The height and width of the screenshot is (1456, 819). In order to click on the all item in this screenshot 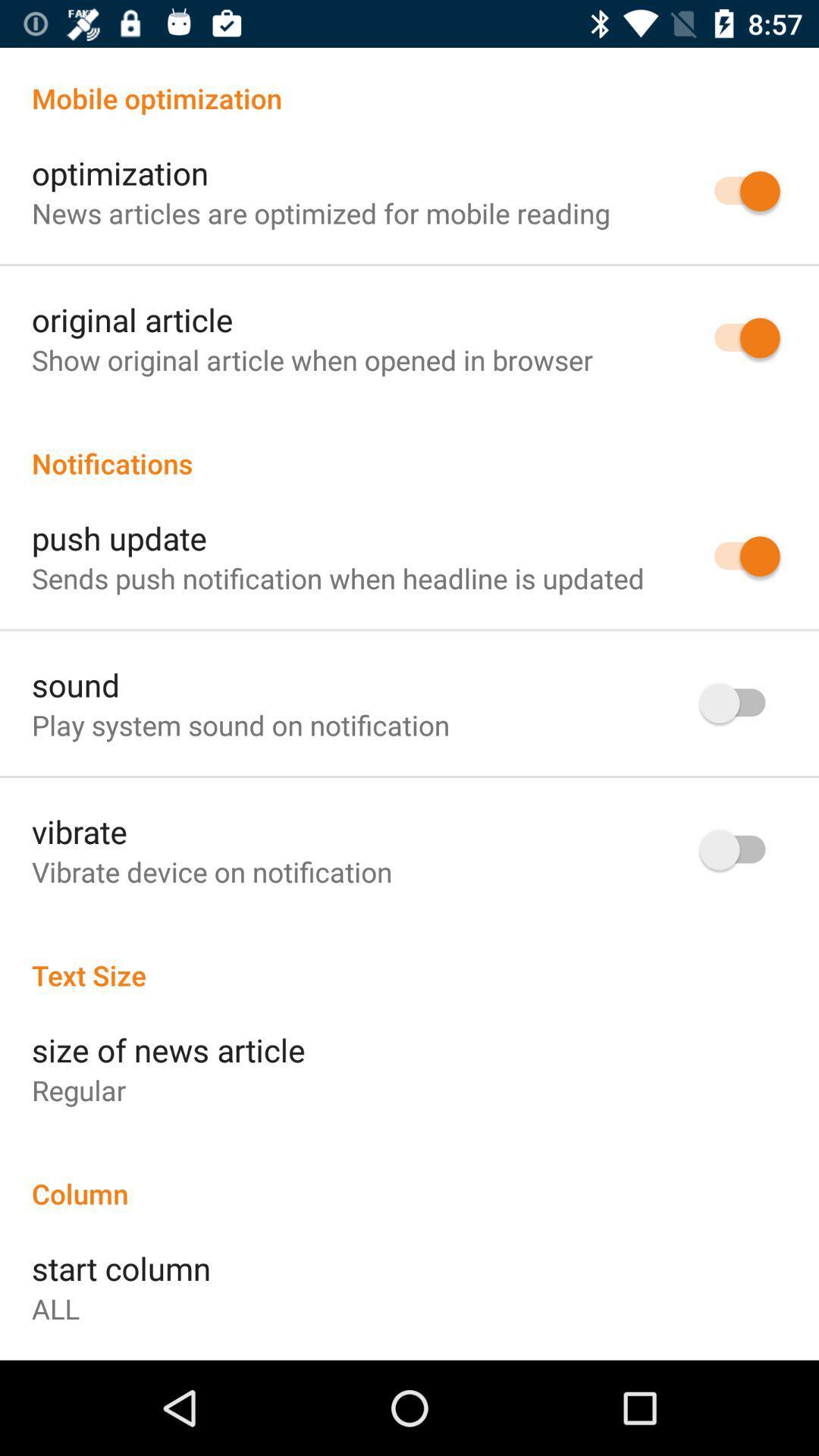, I will do `click(55, 1307)`.